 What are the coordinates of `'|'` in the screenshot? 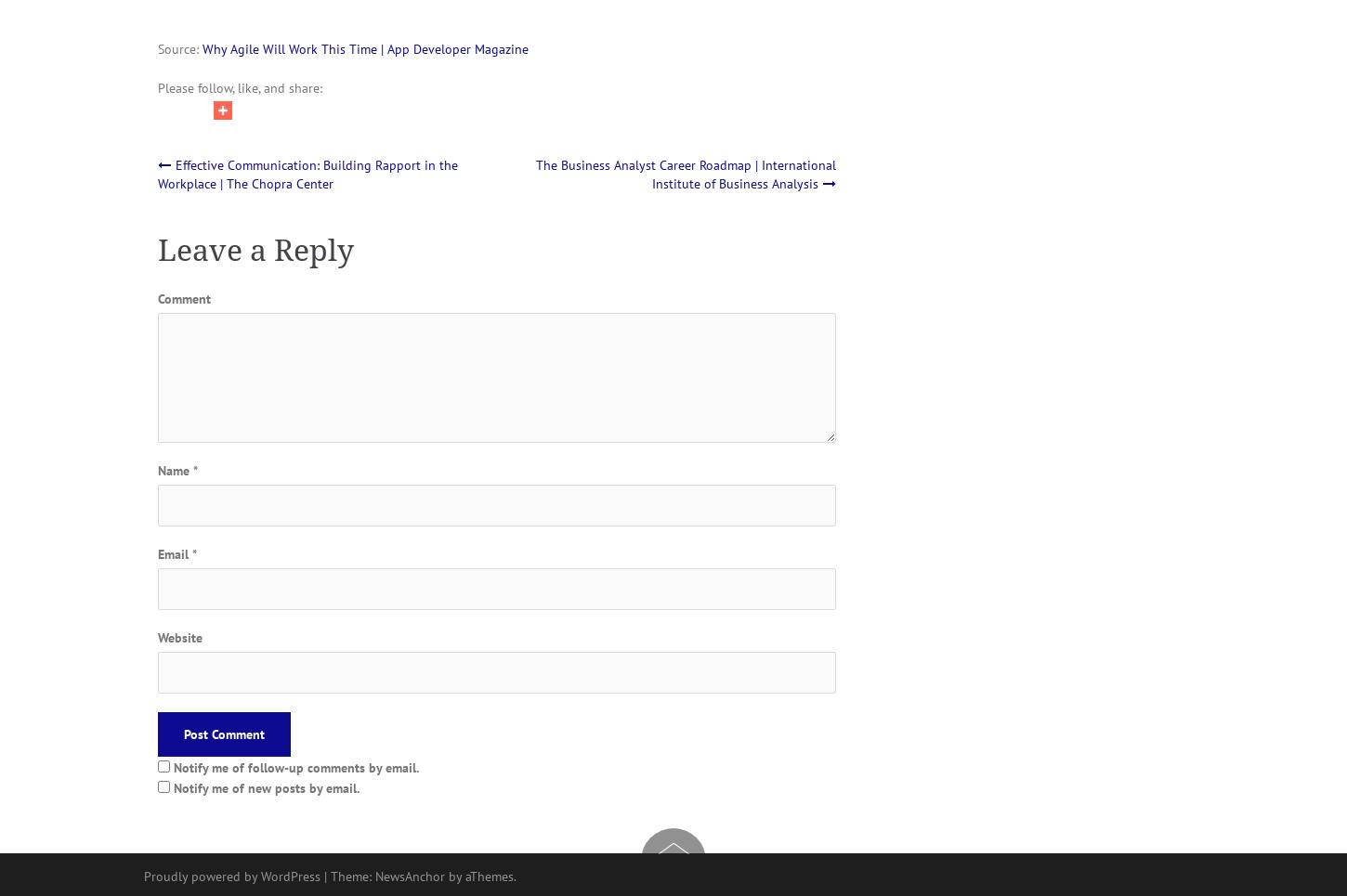 It's located at (327, 876).